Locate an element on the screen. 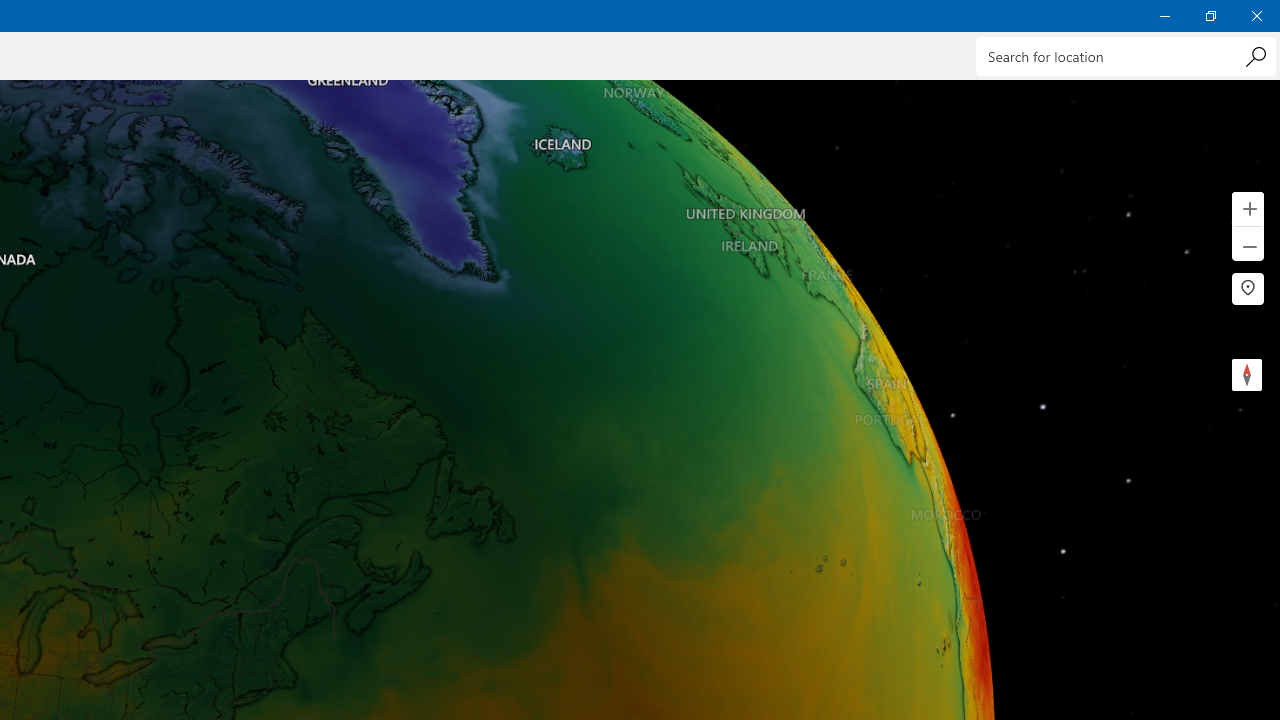 The height and width of the screenshot is (720, 1280). 'Close Weather' is located at coordinates (1255, 15).